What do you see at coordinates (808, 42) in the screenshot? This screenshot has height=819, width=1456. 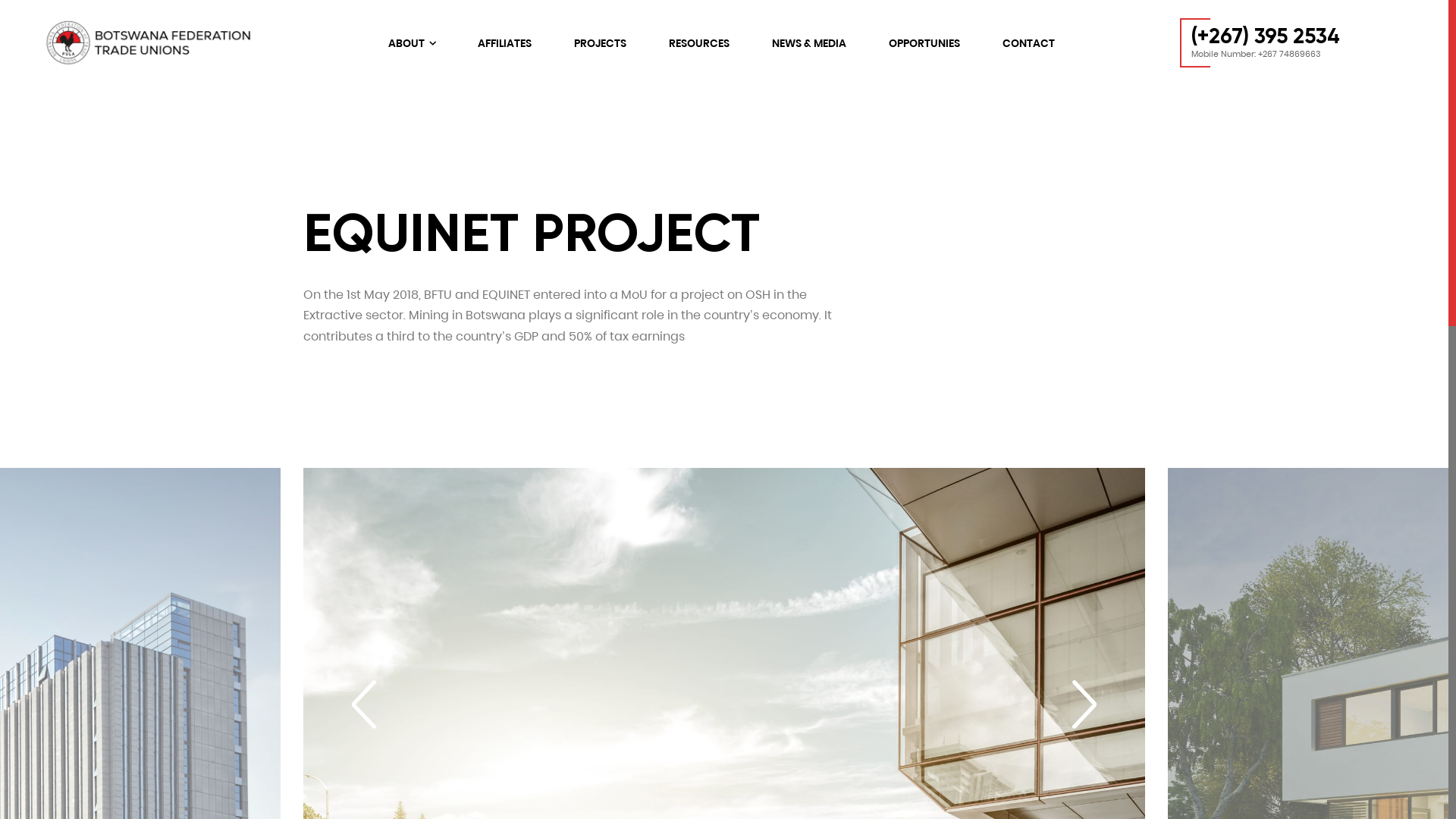 I see `'NEWS & MEDIA'` at bounding box center [808, 42].